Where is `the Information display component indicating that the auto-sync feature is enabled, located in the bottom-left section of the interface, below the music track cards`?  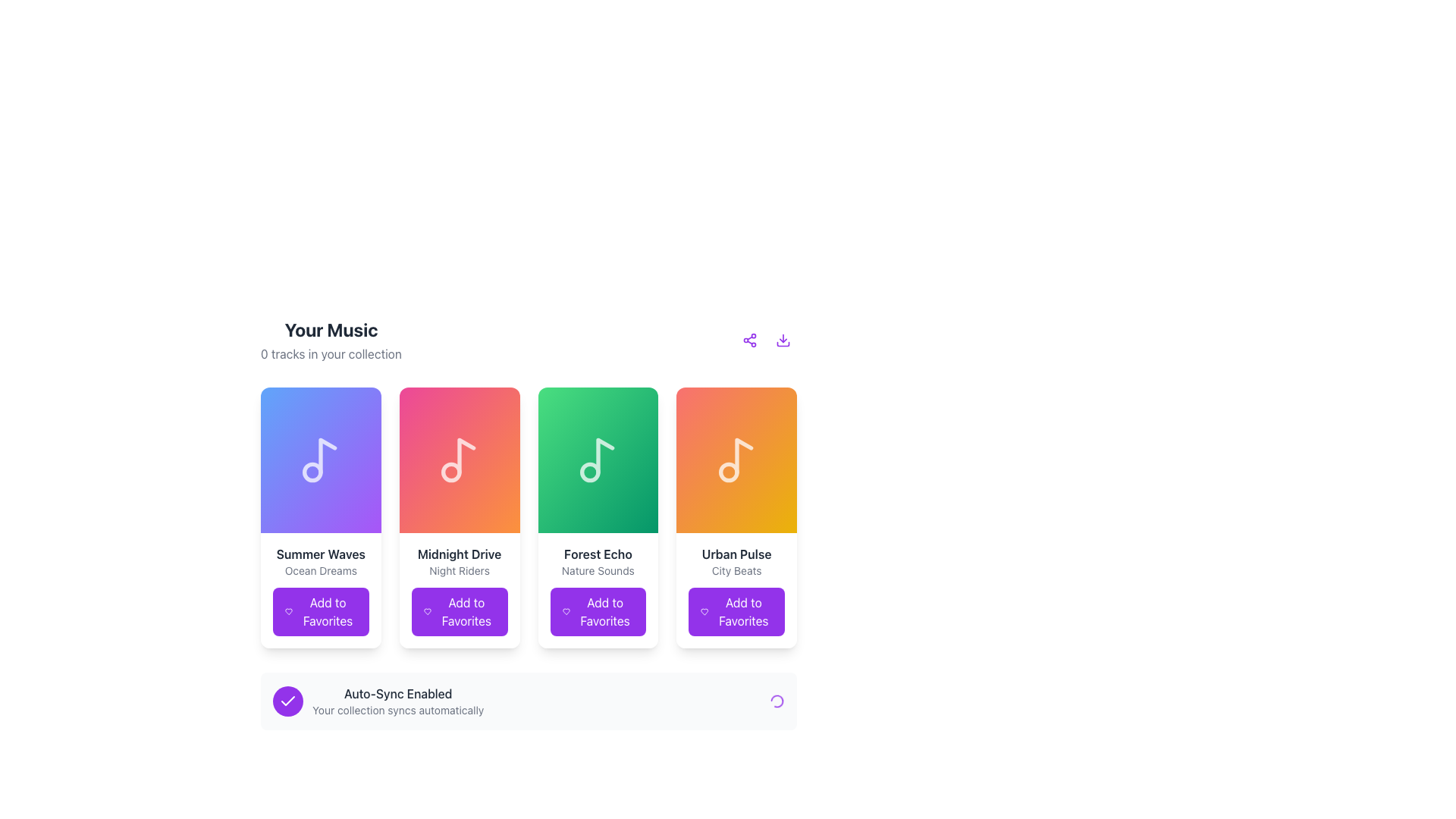
the Information display component indicating that the auto-sync feature is enabled, located in the bottom-left section of the interface, below the music track cards is located at coordinates (378, 701).